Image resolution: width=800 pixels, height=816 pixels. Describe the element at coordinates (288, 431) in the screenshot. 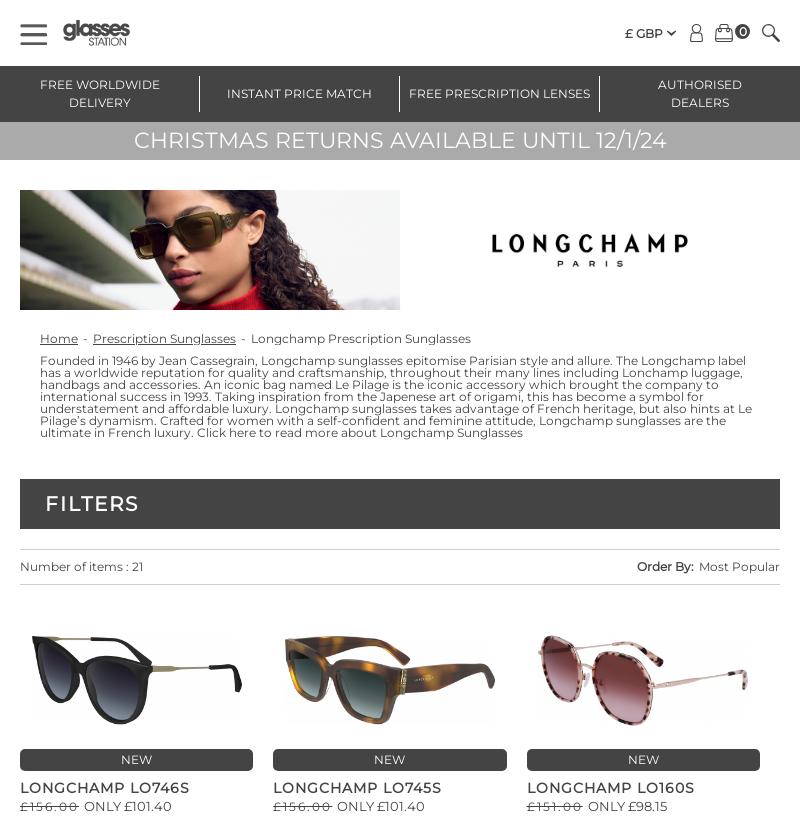

I see `'Click here to read more about'` at that location.